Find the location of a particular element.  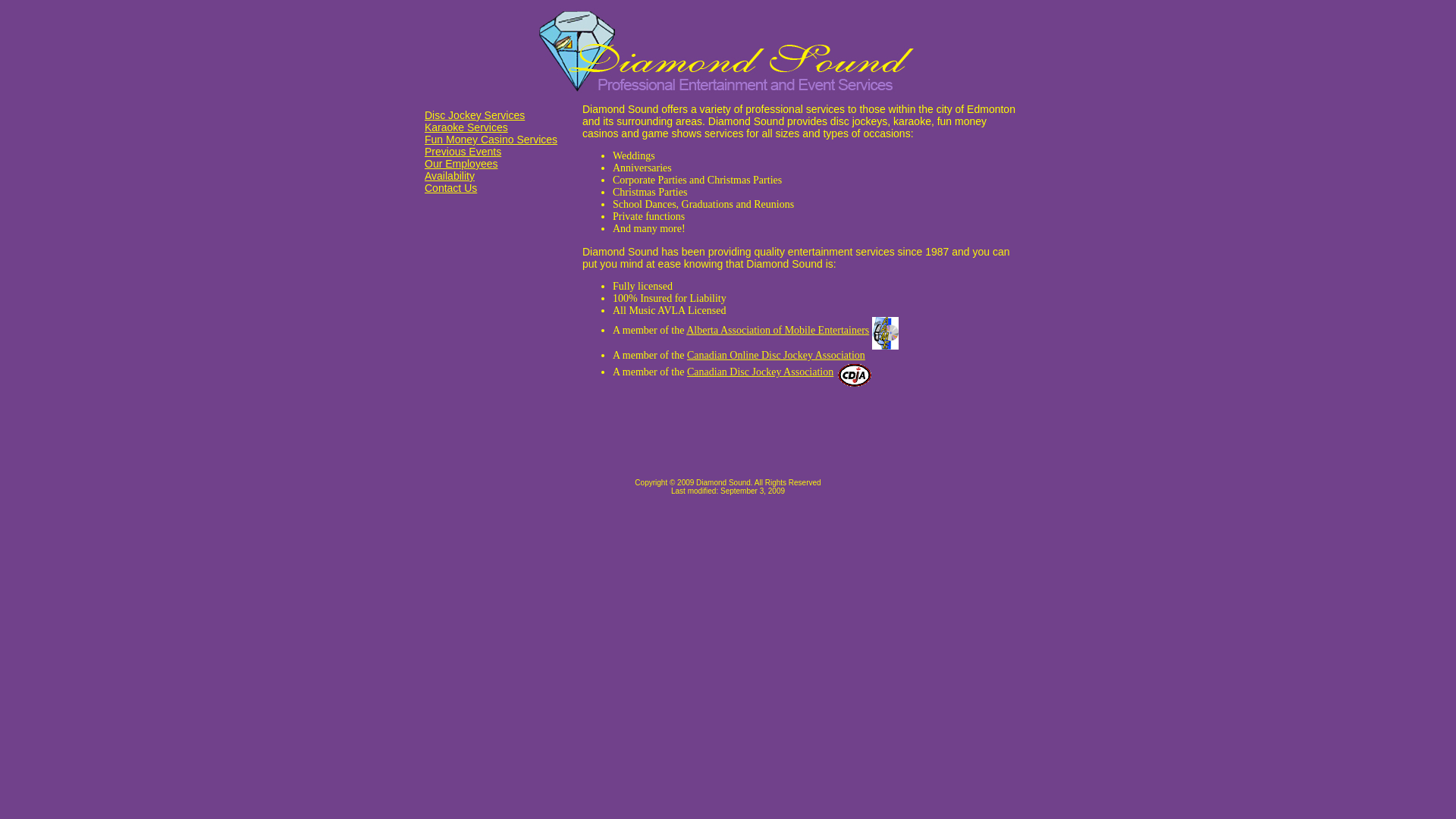

'Disc Jockey Services' is located at coordinates (473, 114).